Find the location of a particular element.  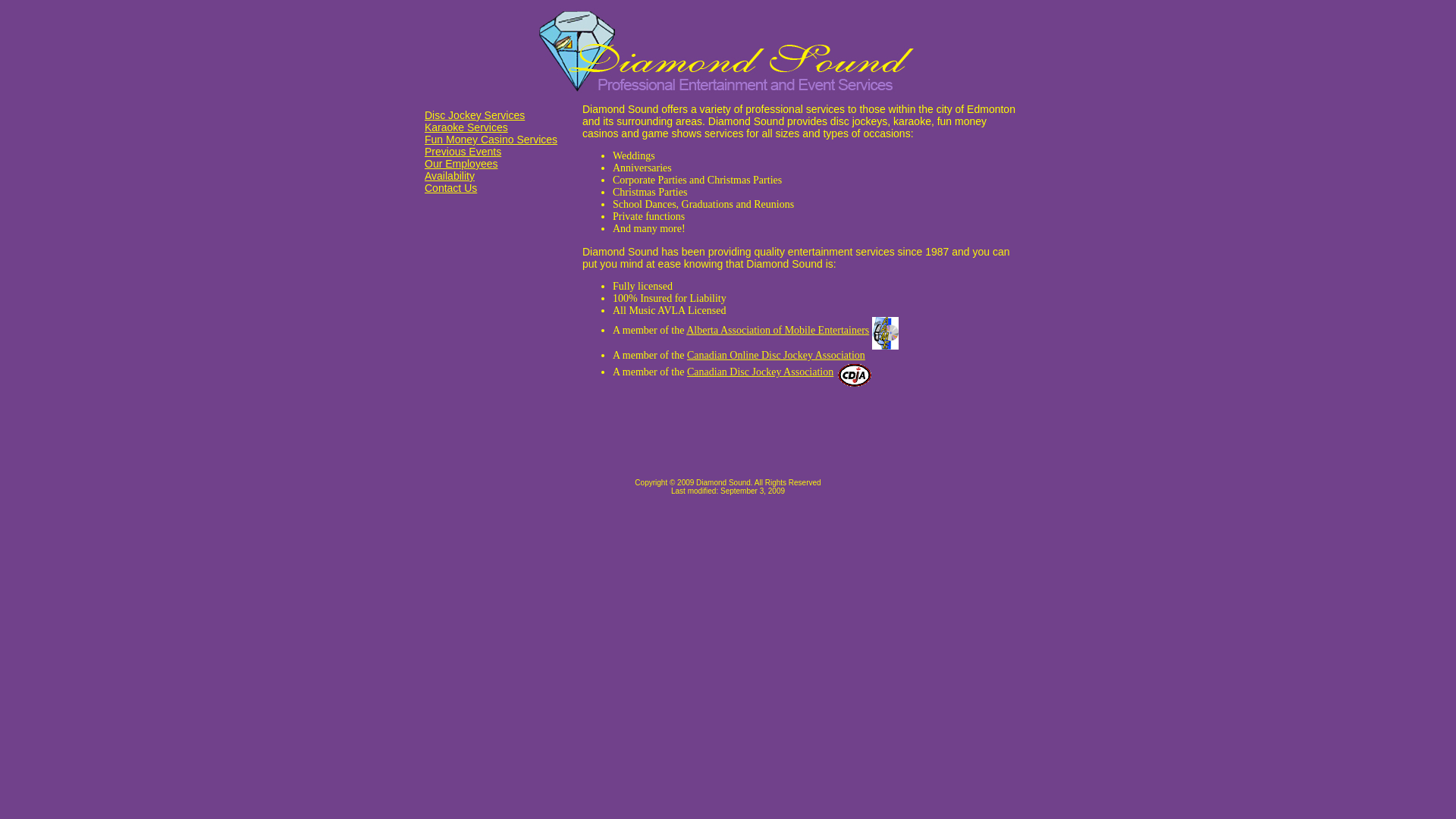

'Disc Jockey Services' is located at coordinates (473, 114).